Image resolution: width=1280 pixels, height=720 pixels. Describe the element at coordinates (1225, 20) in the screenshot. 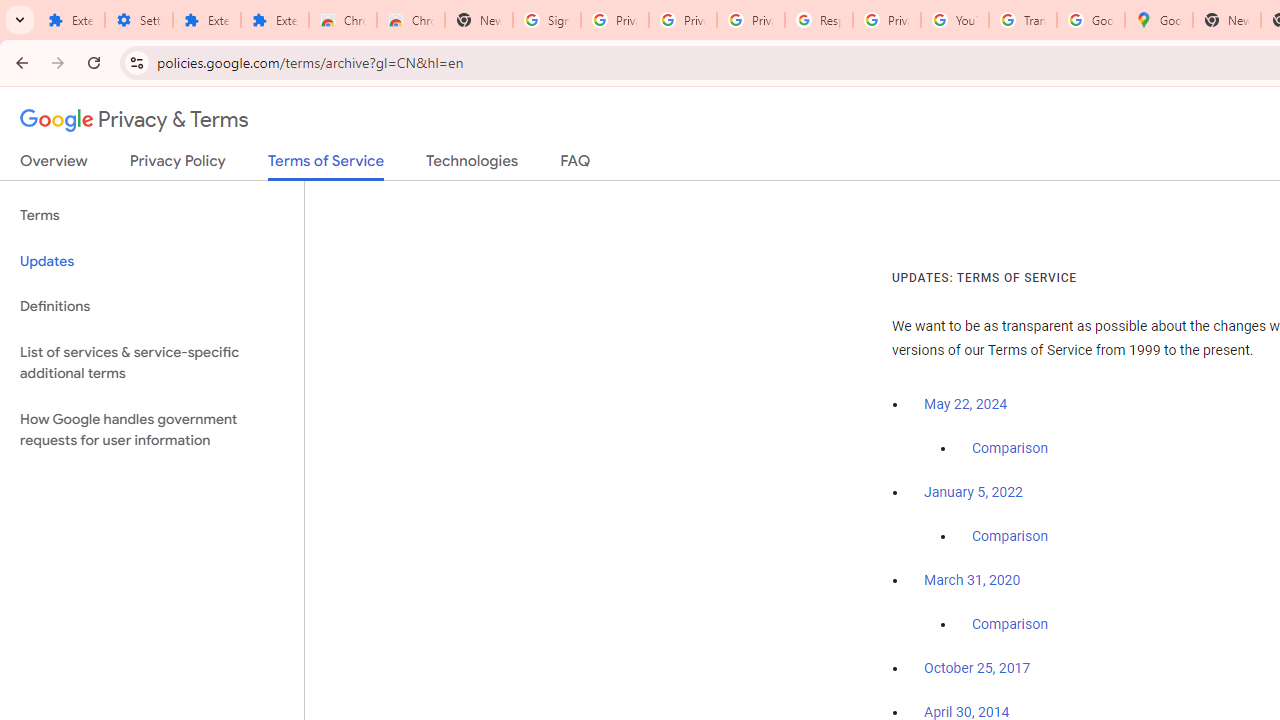

I see `'New Tab'` at that location.